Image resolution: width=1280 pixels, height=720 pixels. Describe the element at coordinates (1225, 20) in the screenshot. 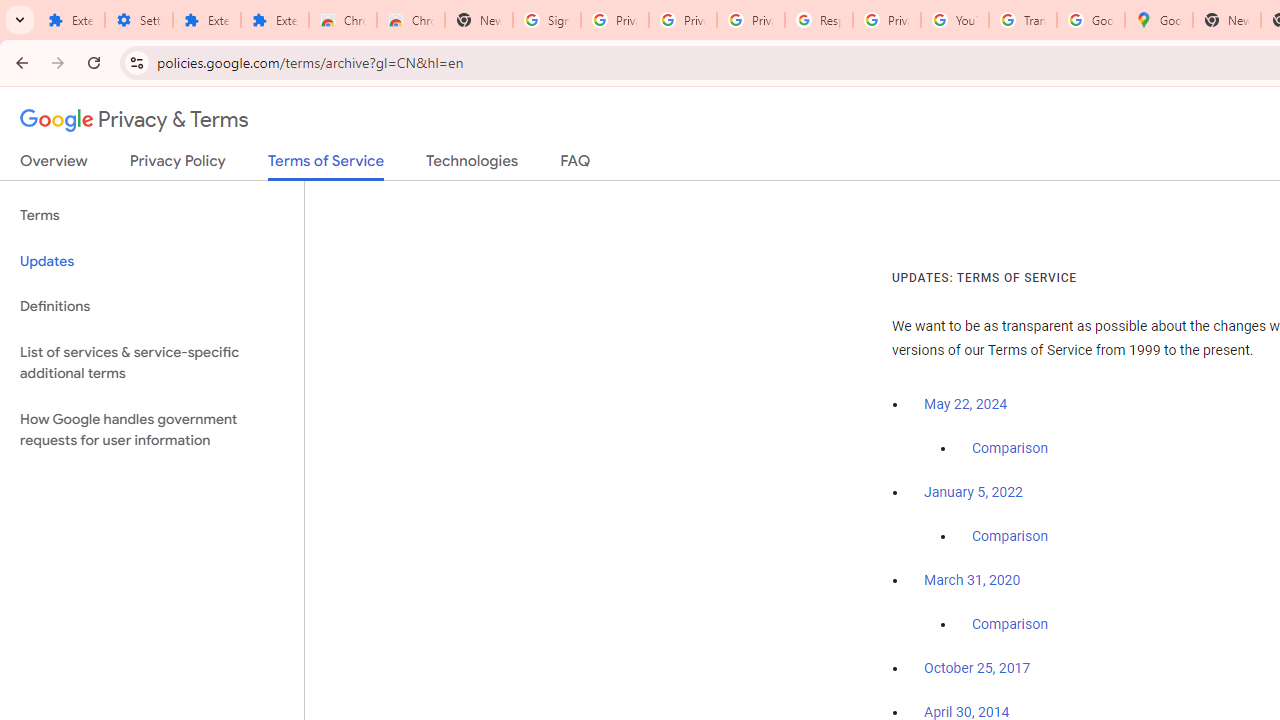

I see `'New Tab'` at that location.